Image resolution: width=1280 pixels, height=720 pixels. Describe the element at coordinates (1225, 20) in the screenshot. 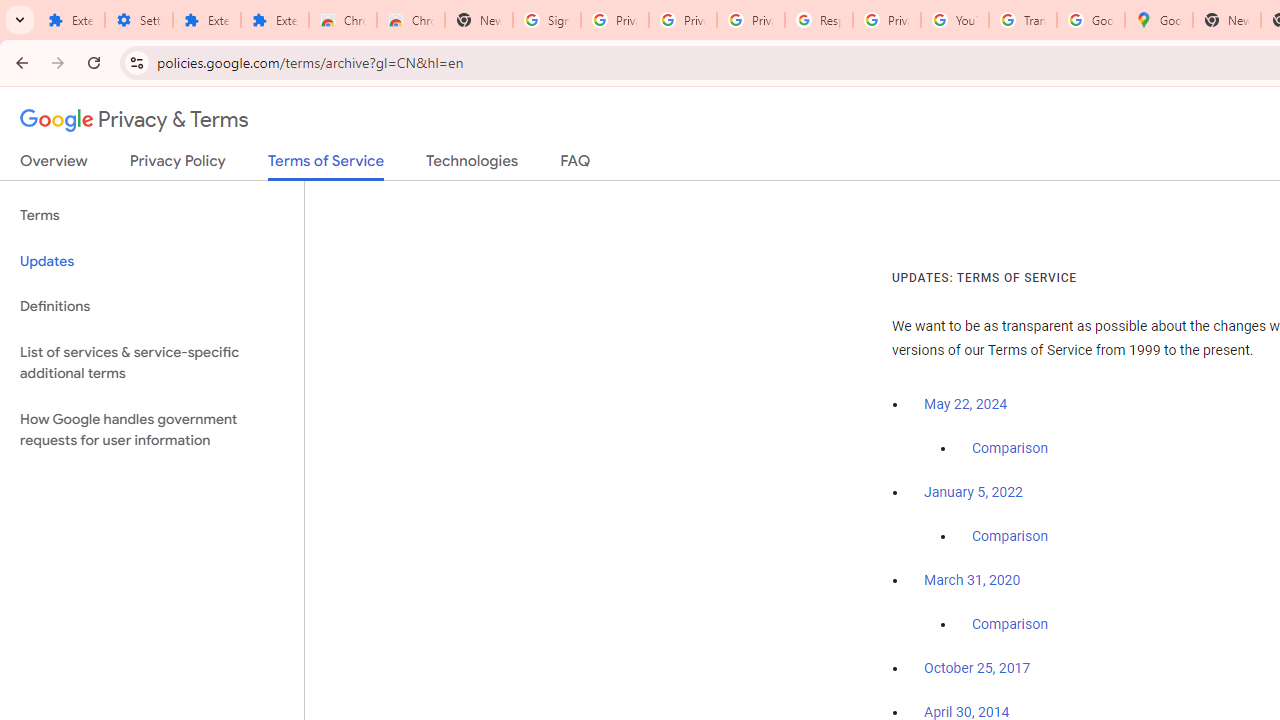

I see `'New Tab'` at that location.